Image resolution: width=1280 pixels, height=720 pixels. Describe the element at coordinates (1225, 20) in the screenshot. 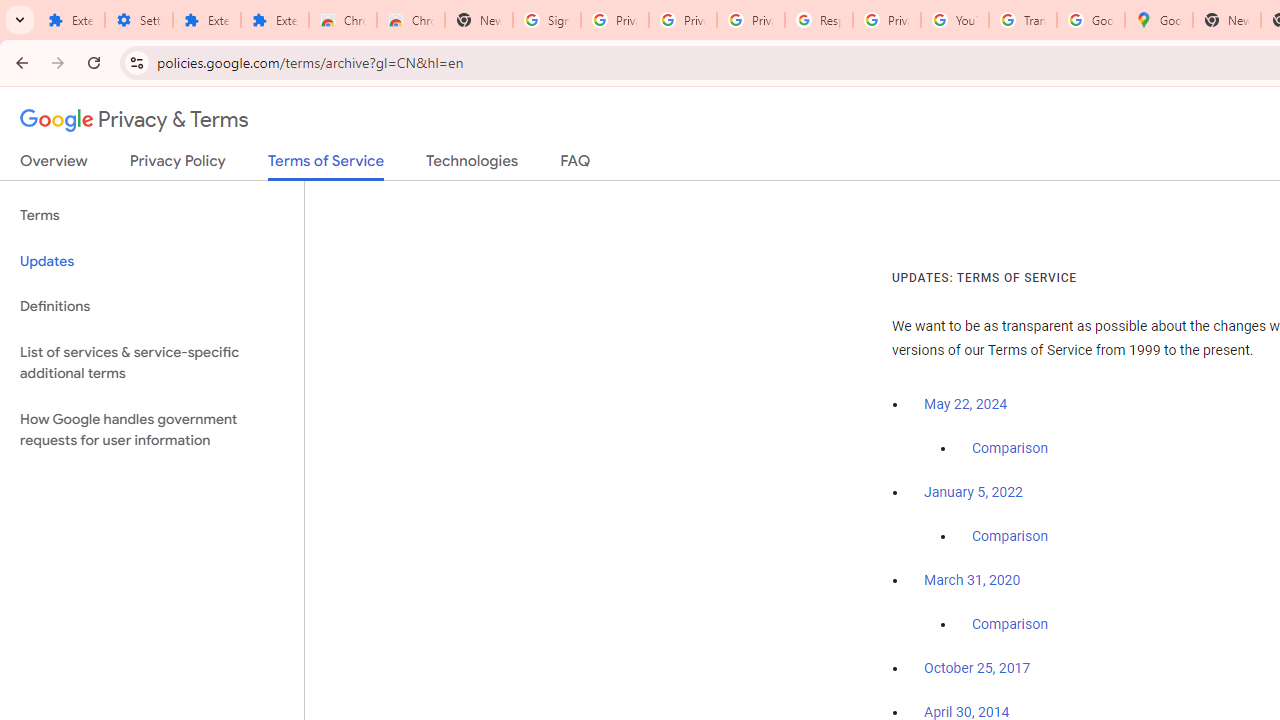

I see `'New Tab'` at that location.